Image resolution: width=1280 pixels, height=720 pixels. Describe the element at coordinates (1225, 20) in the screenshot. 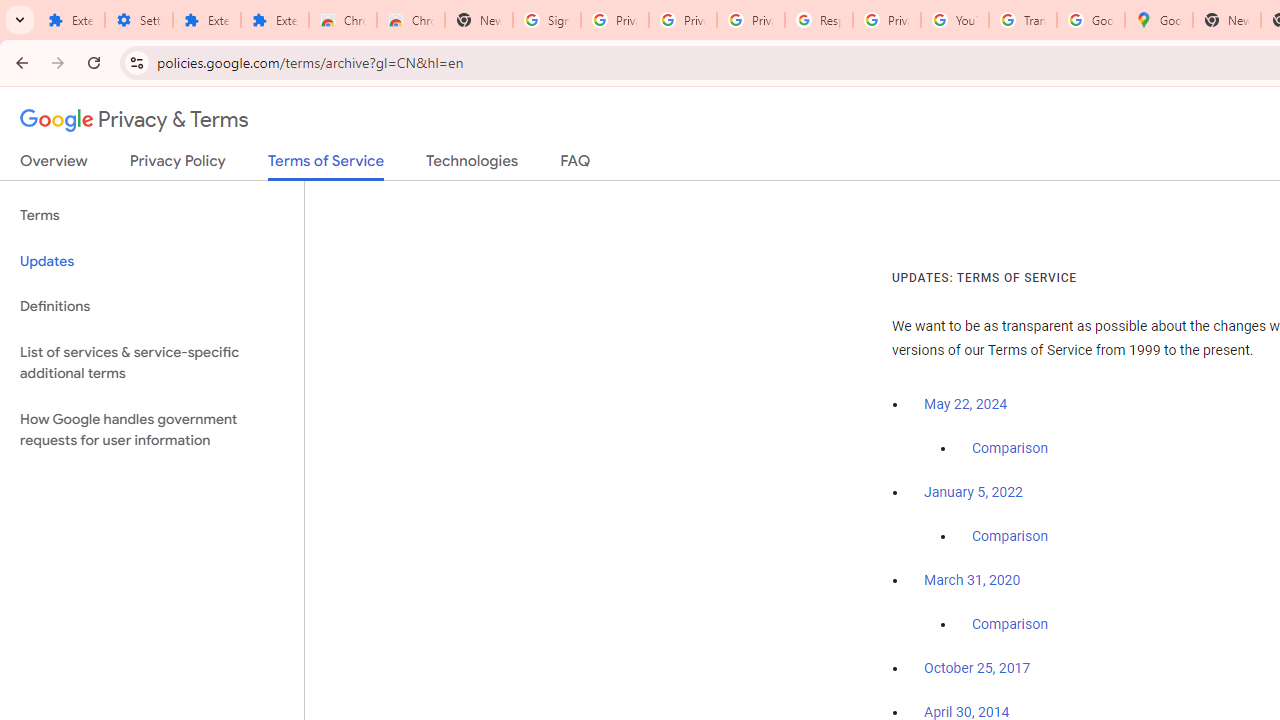

I see `'New Tab'` at that location.